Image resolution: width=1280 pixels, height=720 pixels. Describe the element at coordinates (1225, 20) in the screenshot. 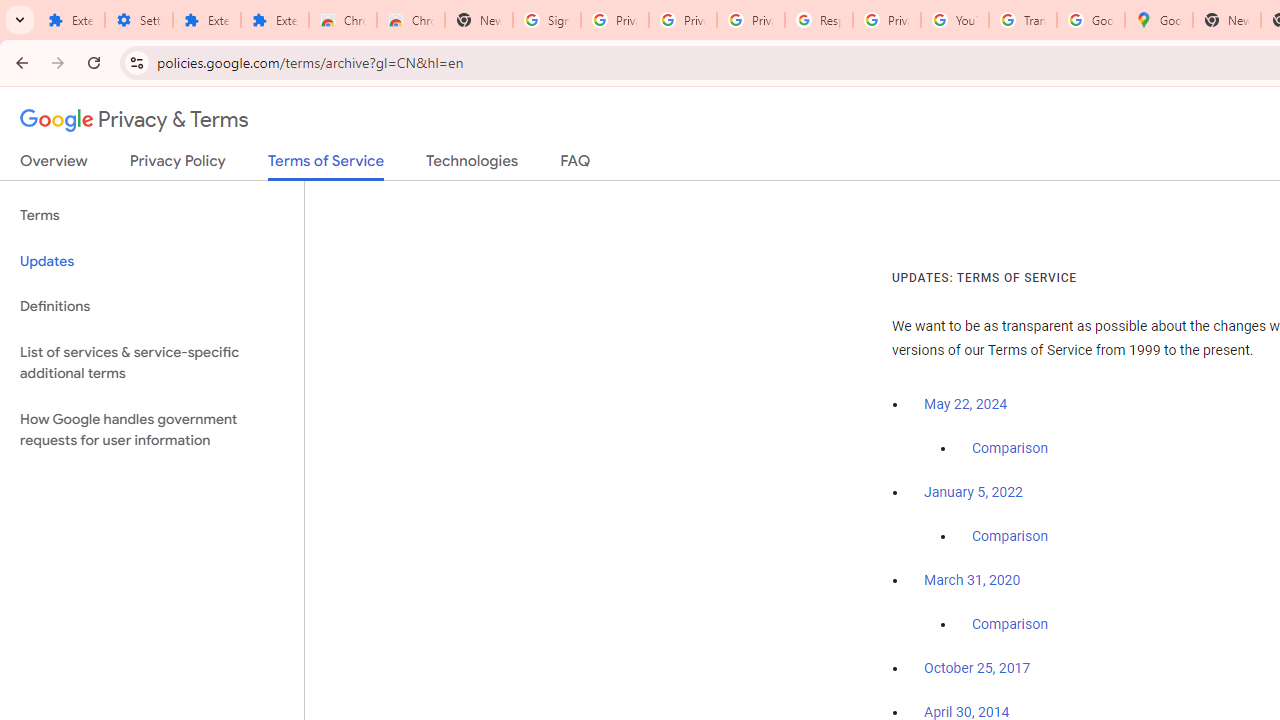

I see `'New Tab'` at that location.